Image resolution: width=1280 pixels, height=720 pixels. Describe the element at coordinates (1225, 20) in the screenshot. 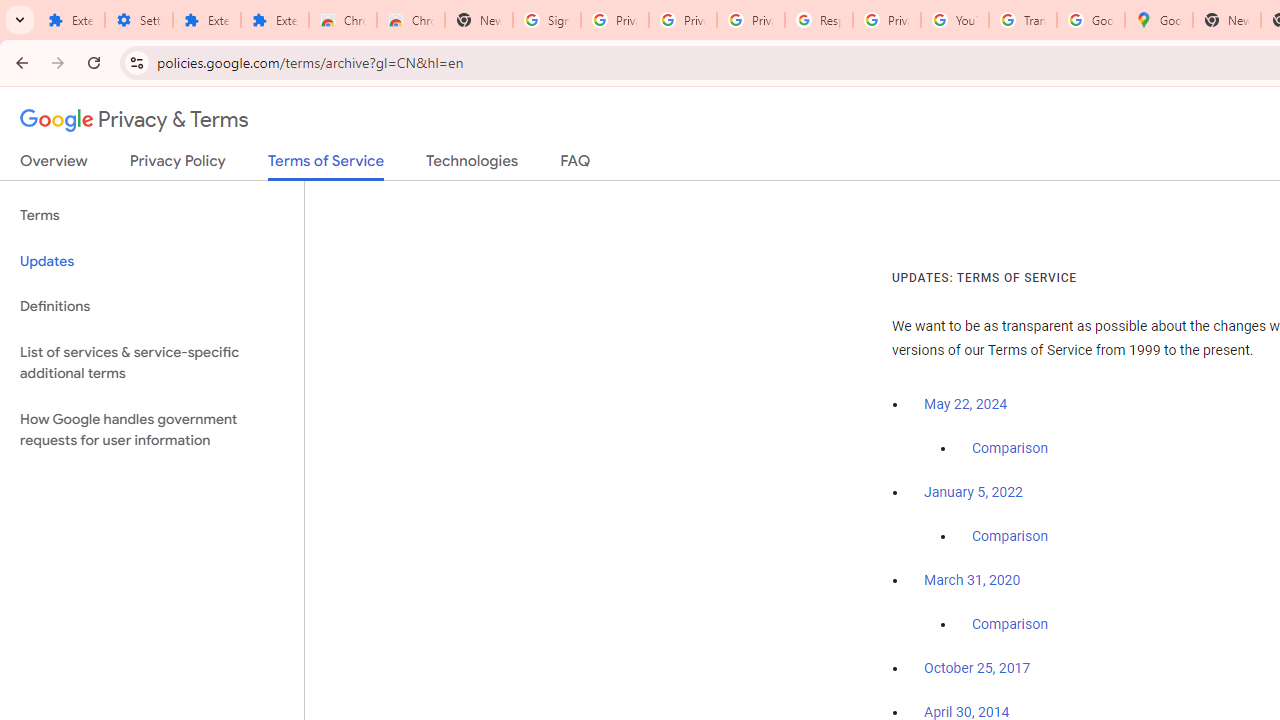

I see `'New Tab'` at that location.